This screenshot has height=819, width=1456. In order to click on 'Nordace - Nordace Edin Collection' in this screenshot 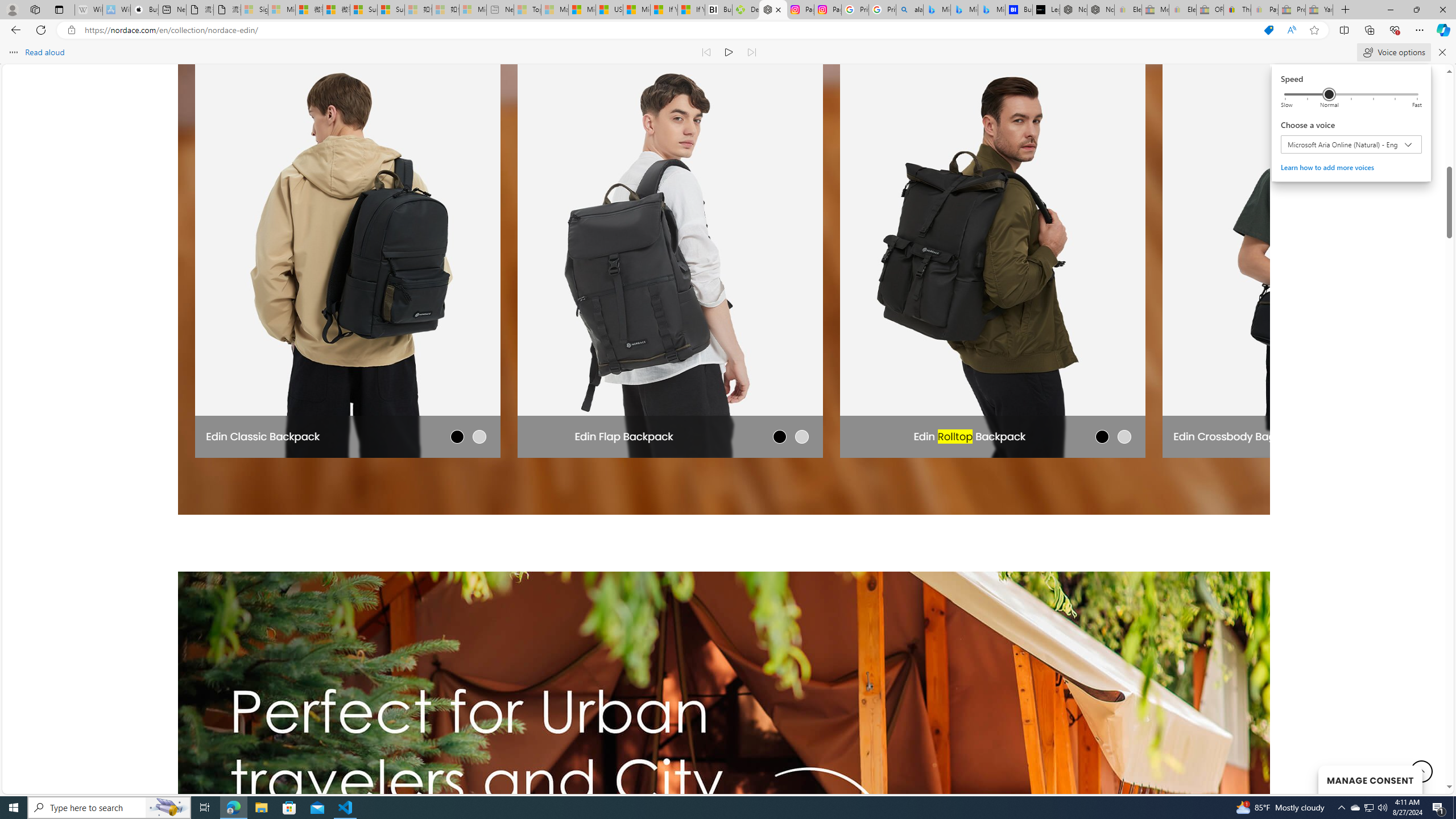, I will do `click(772, 9)`.